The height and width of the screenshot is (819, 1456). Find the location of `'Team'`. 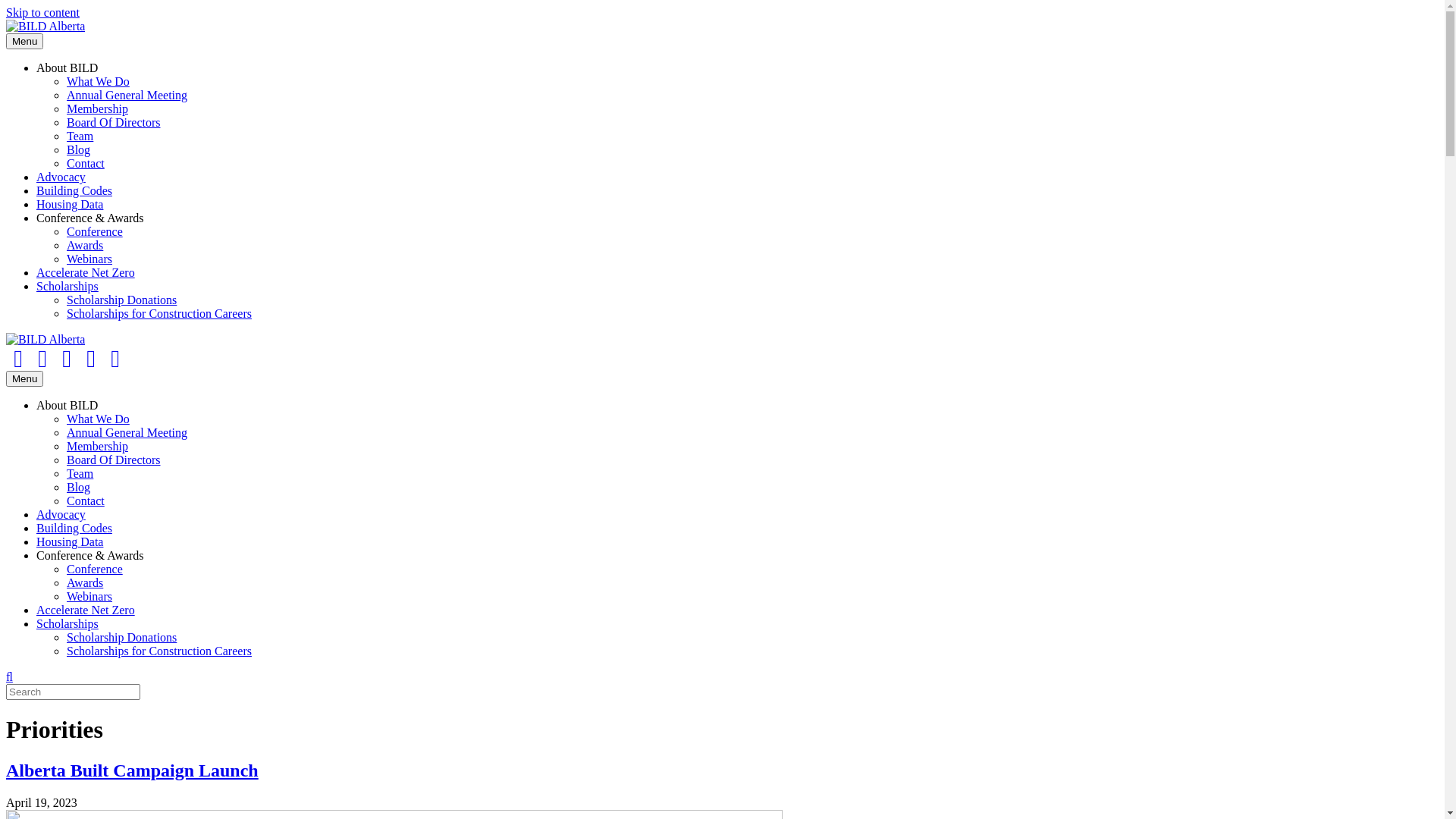

'Team' is located at coordinates (65, 135).